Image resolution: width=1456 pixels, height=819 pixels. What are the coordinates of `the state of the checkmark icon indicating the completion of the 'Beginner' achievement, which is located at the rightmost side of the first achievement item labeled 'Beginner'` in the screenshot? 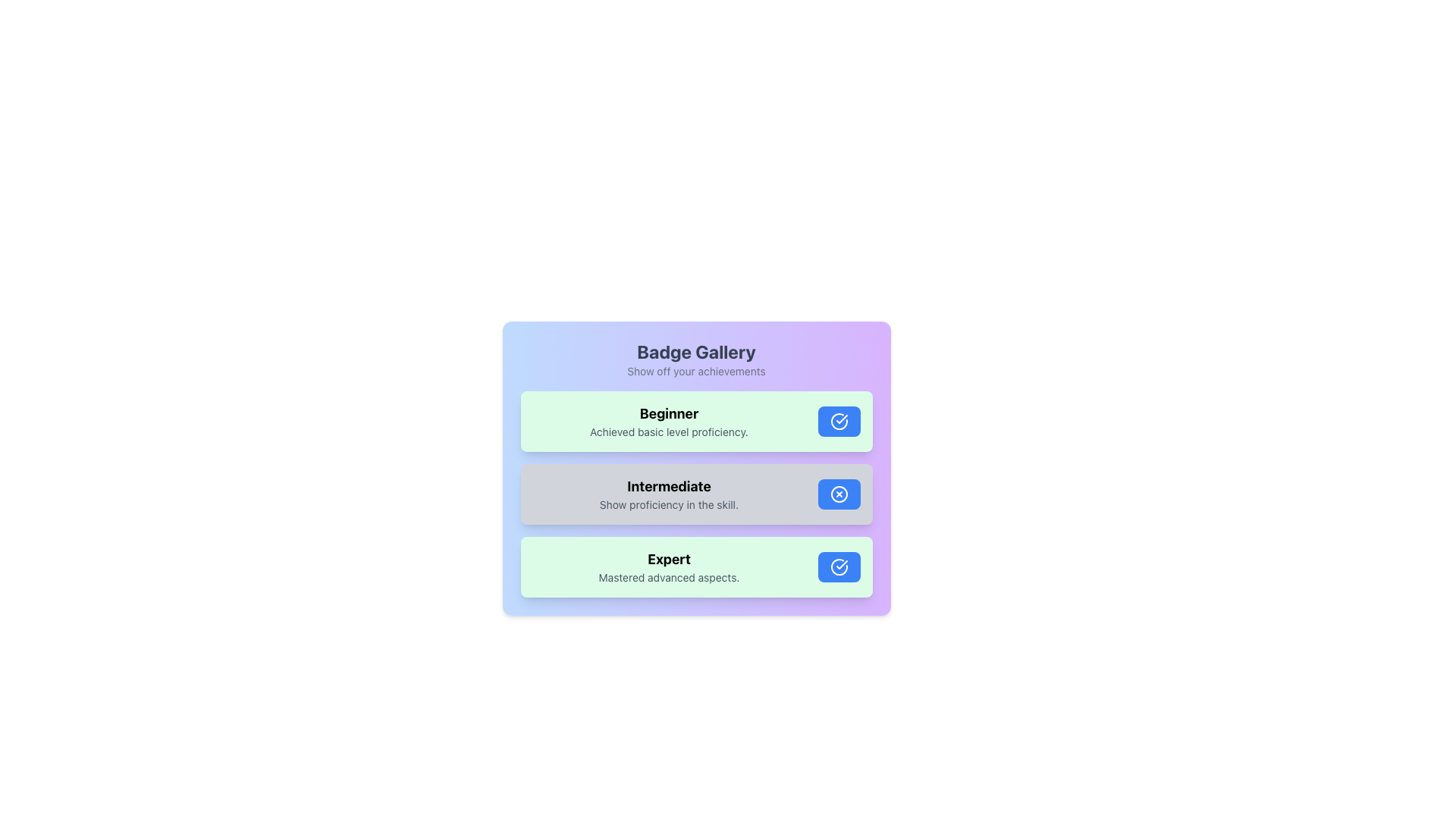 It's located at (840, 564).